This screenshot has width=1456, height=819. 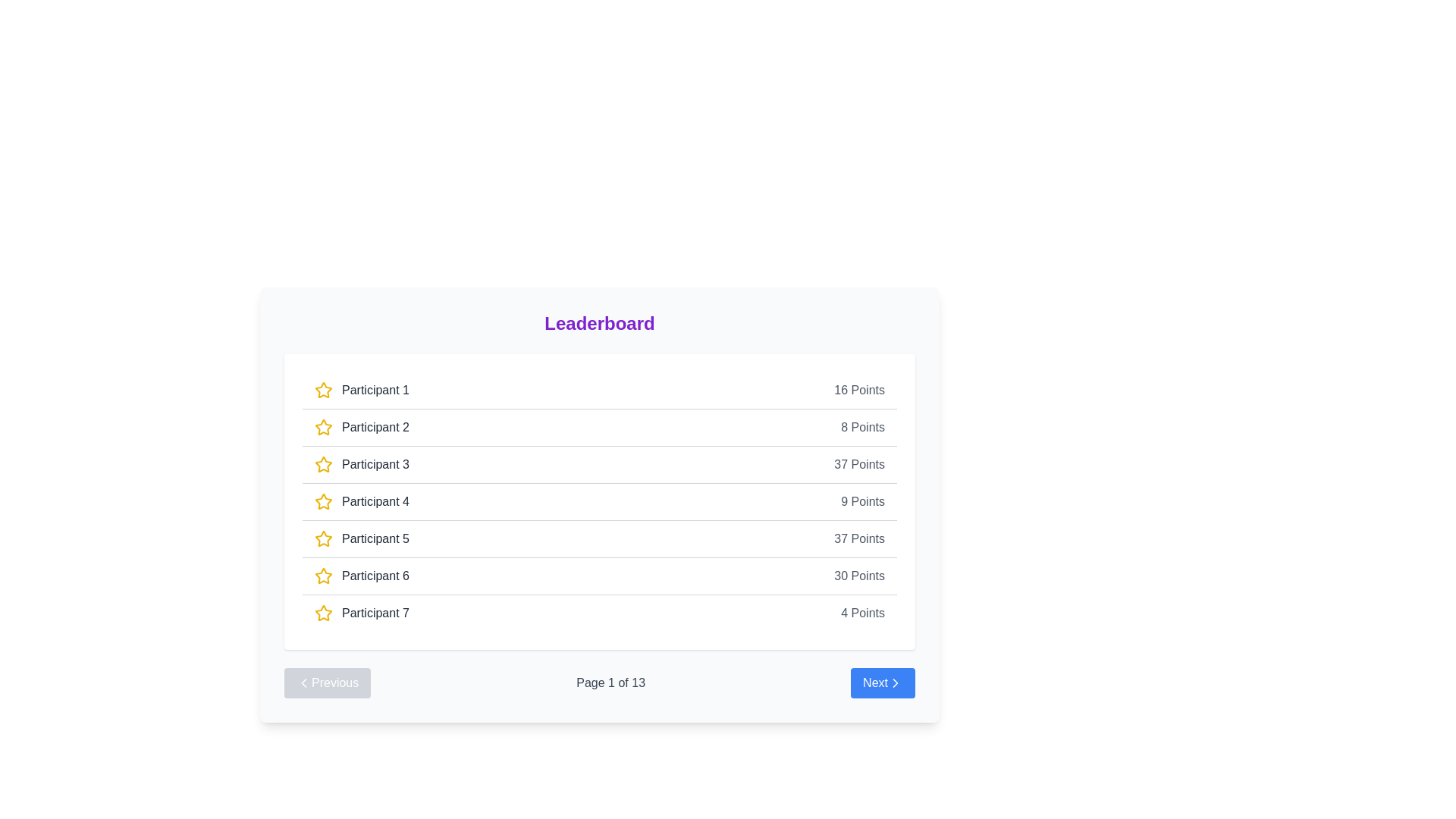 What do you see at coordinates (323, 576) in the screenshot?
I see `the star icon that indicates status or achievement for Participant 6, located in the sixth row of the leaderboard table` at bounding box center [323, 576].